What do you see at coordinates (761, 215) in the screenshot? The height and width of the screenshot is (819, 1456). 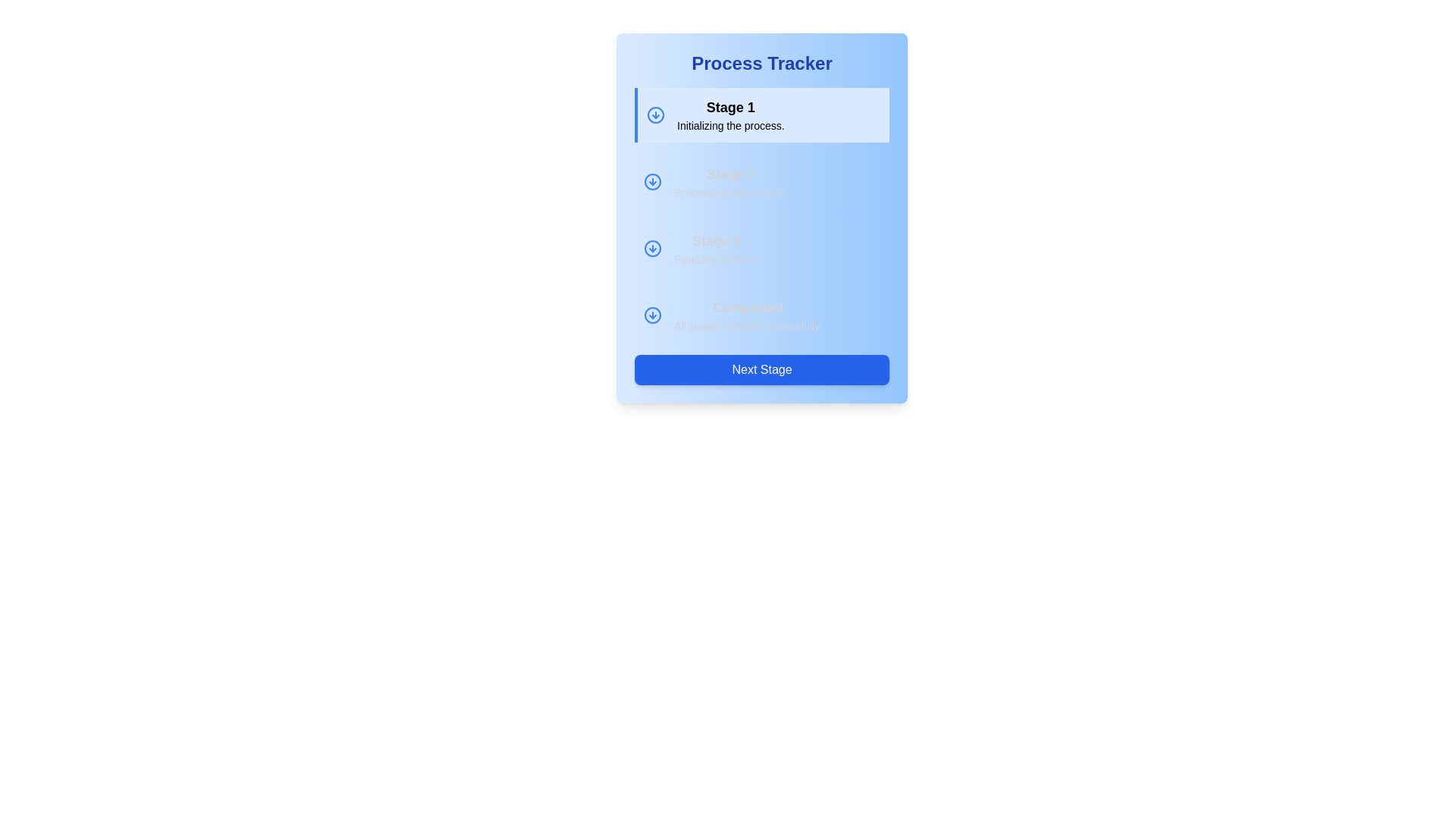 I see `the second stage of the Progress tracker list` at bounding box center [761, 215].